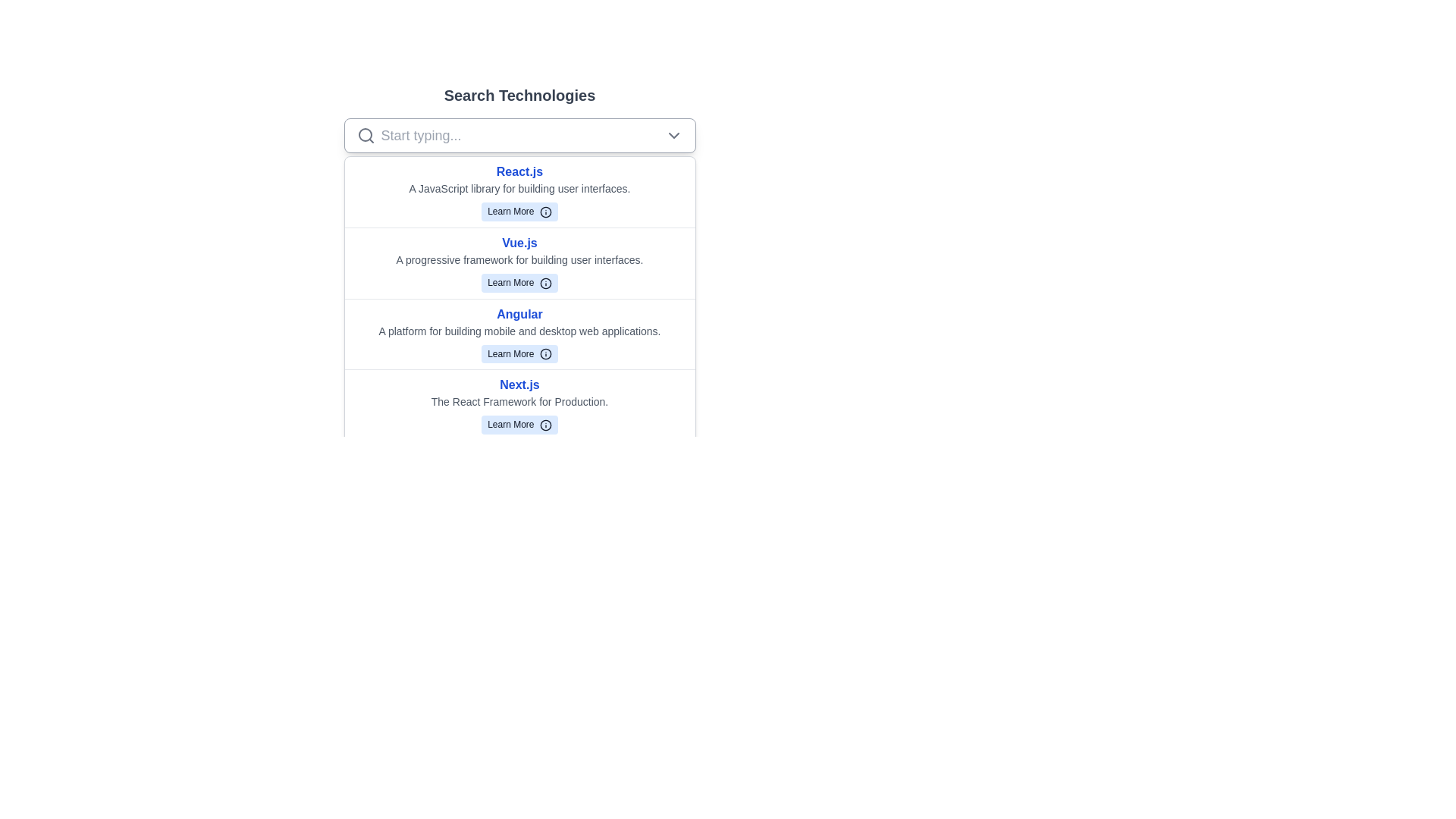 The height and width of the screenshot is (819, 1456). What do you see at coordinates (519, 242) in the screenshot?
I see `the static text element styled as a header or title, which is bold blue text indicating the section about the Vue.js framework` at bounding box center [519, 242].